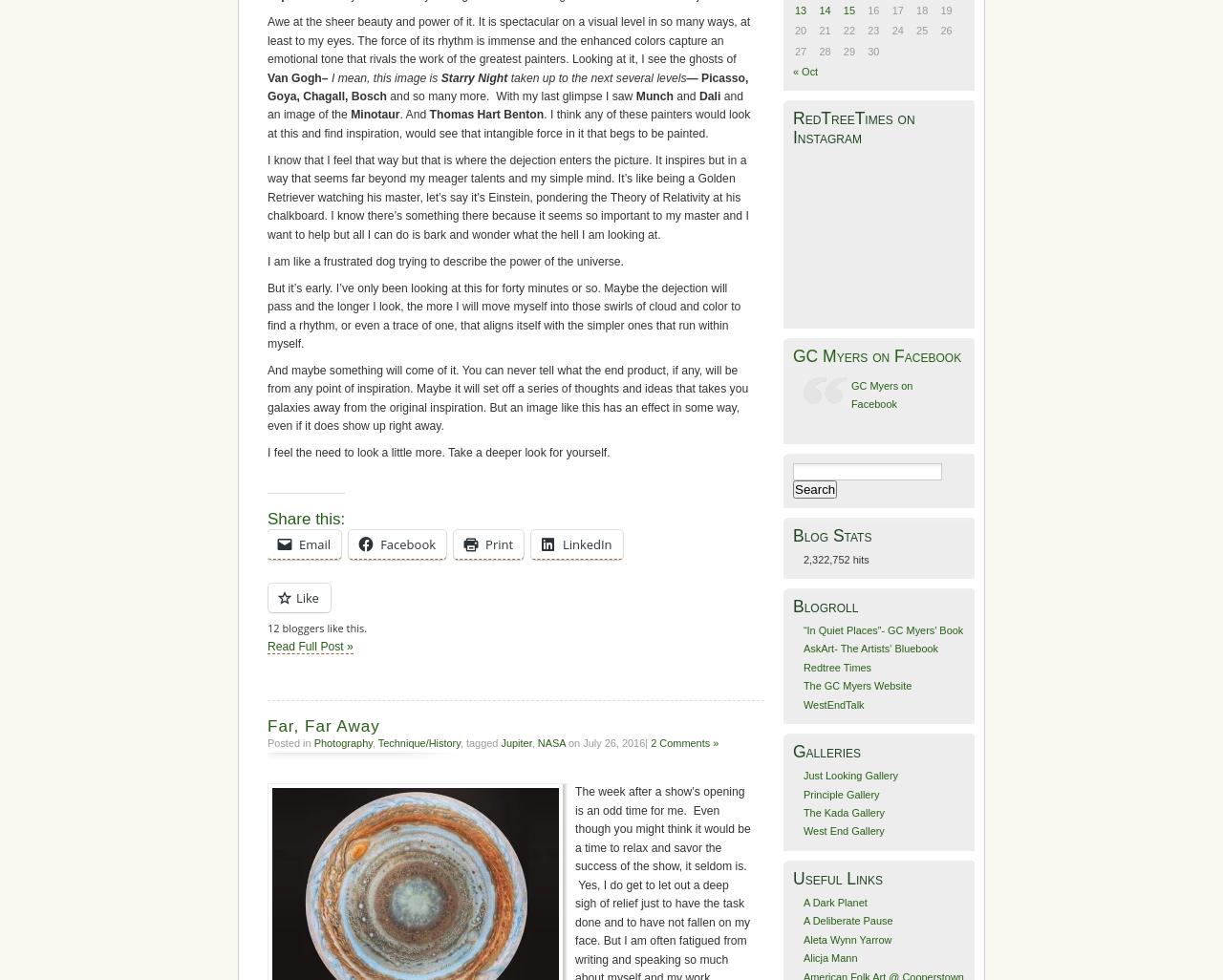 The height and width of the screenshot is (980, 1223). Describe the element at coordinates (504, 105) in the screenshot. I see `'and an image of the'` at that location.